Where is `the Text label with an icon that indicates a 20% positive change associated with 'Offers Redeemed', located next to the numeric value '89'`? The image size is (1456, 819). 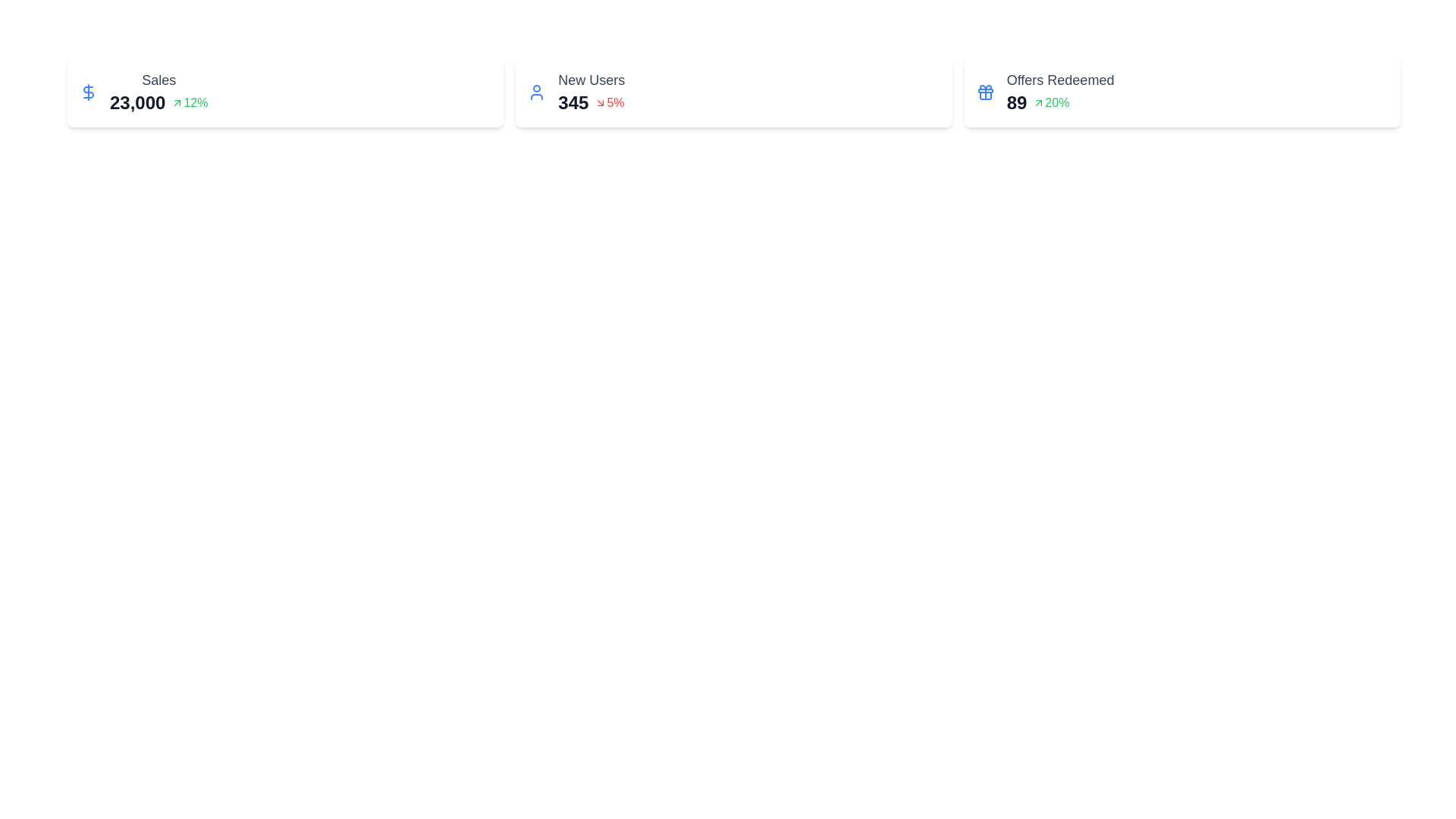
the Text label with an icon that indicates a 20% positive change associated with 'Offers Redeemed', located next to the numeric value '89' is located at coordinates (1050, 102).